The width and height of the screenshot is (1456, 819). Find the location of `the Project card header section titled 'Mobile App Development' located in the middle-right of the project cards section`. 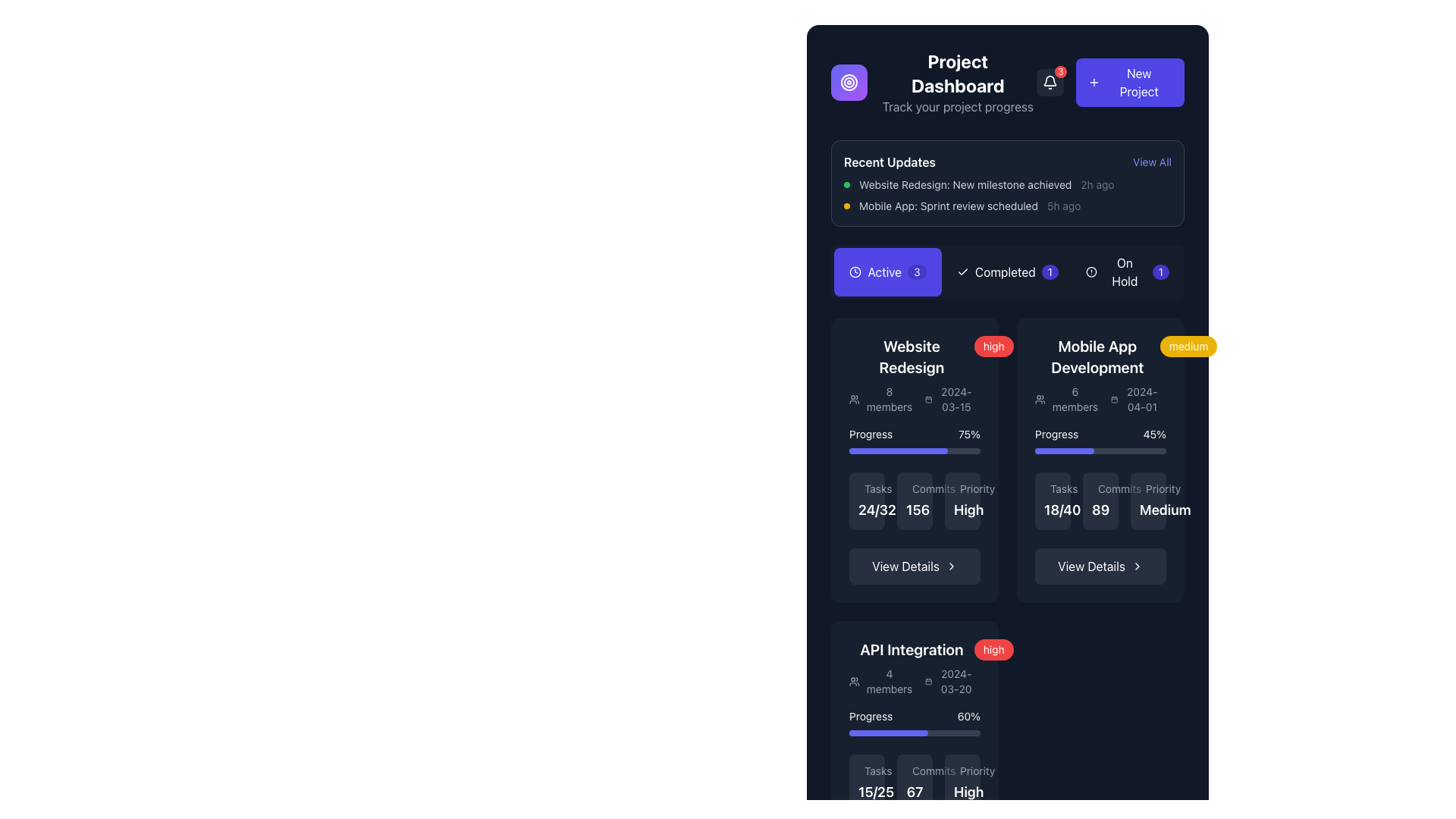

the Project card header section titled 'Mobile App Development' located in the middle-right of the project cards section is located at coordinates (1100, 375).